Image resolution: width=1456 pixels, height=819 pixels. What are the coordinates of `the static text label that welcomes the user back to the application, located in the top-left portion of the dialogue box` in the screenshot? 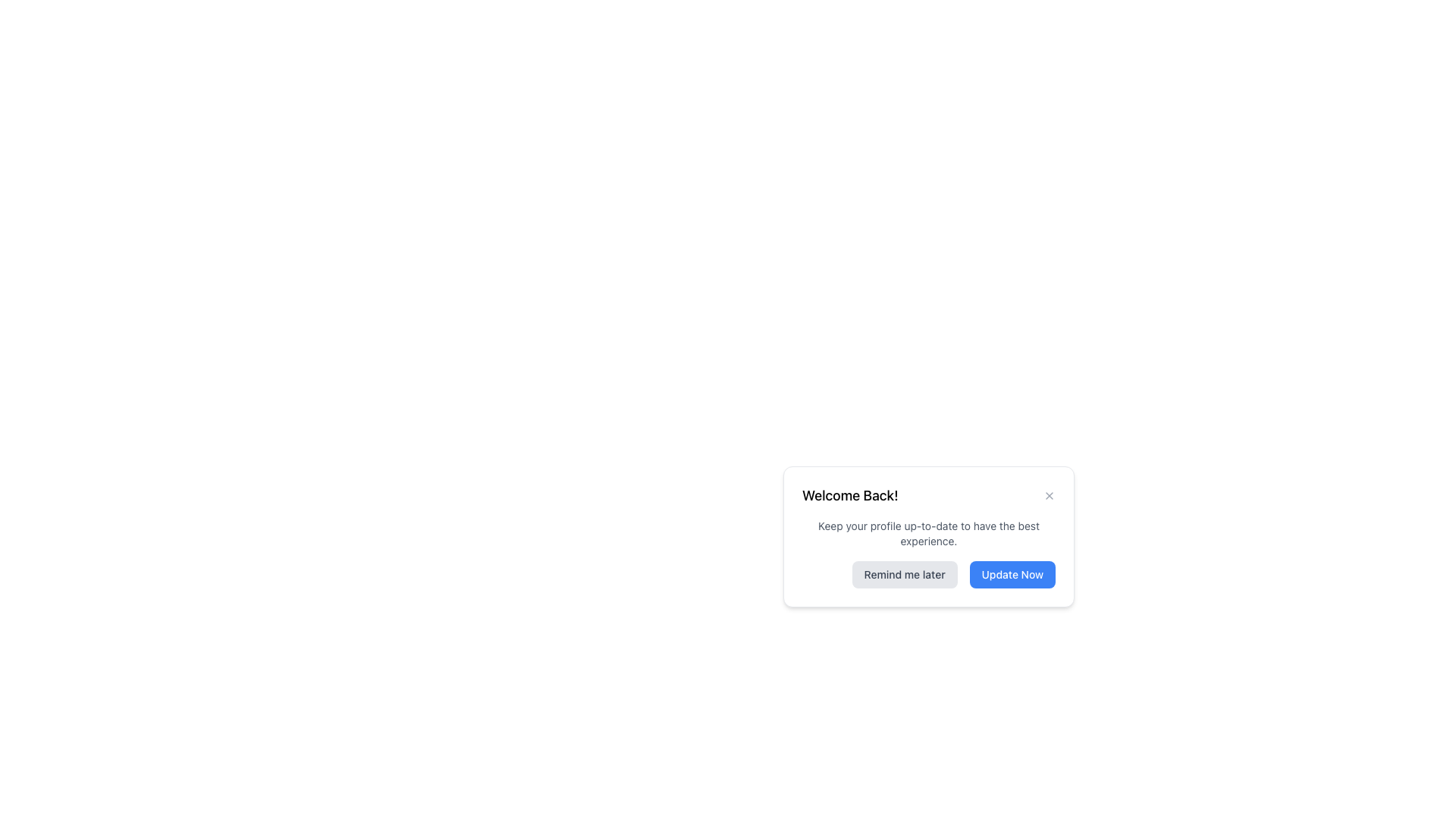 It's located at (850, 496).